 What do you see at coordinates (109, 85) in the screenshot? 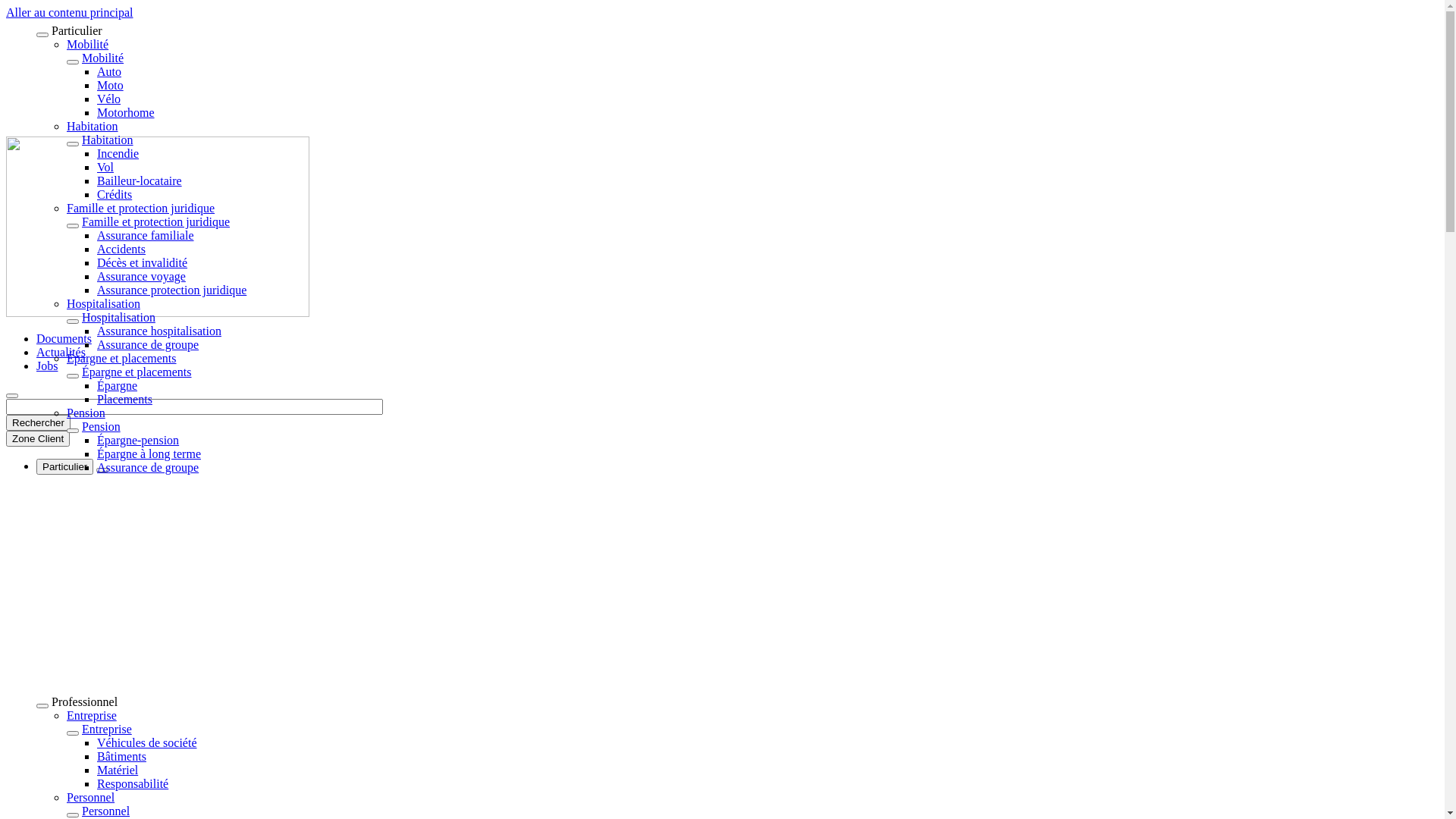
I see `'Moto'` at bounding box center [109, 85].